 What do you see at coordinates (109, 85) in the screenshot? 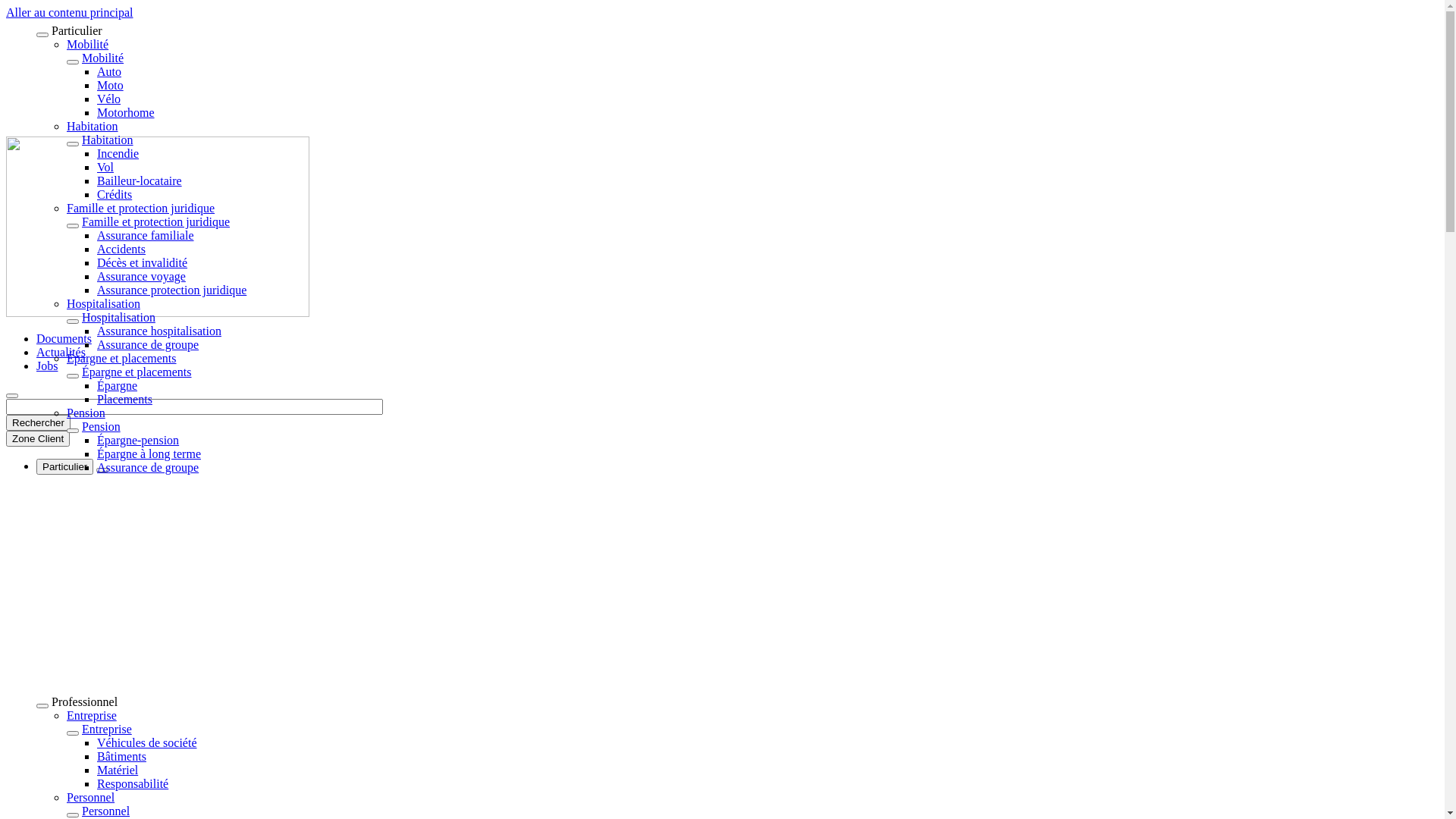
I see `'Moto'` at bounding box center [109, 85].